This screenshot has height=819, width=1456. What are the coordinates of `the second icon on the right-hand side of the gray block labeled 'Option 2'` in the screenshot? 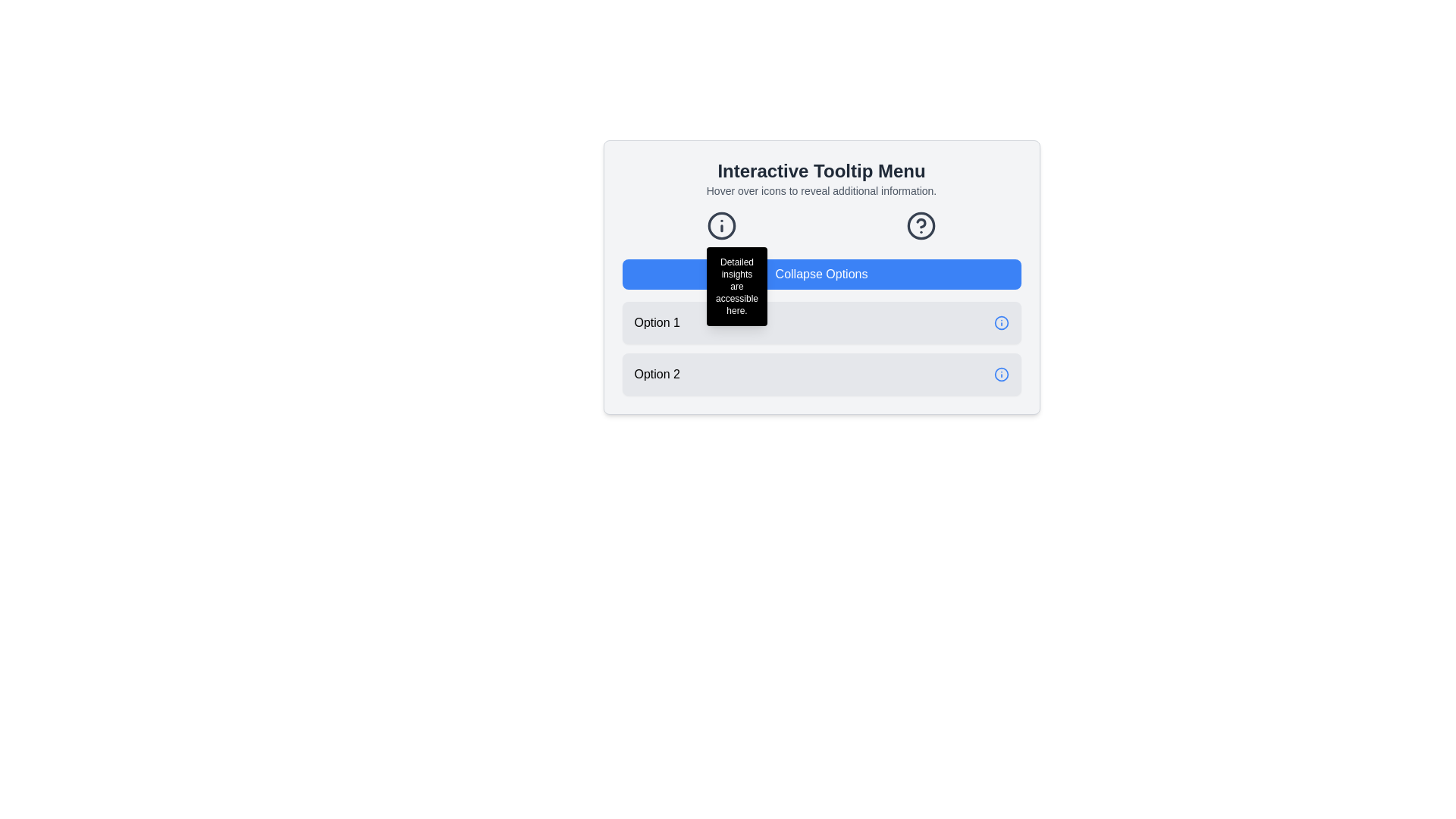 It's located at (1001, 374).